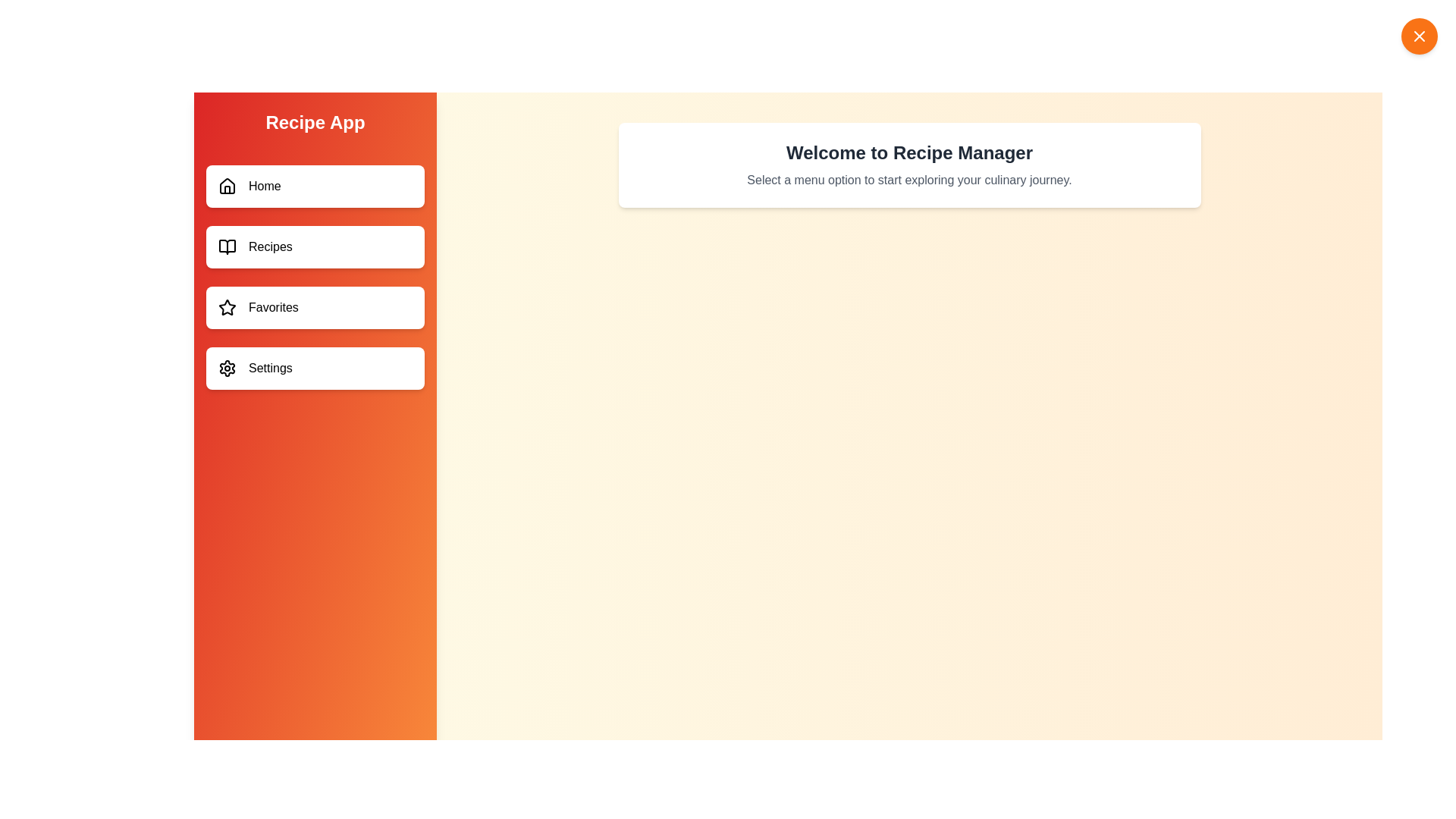  Describe the element at coordinates (315, 369) in the screenshot. I see `the menu item labeled Settings` at that location.